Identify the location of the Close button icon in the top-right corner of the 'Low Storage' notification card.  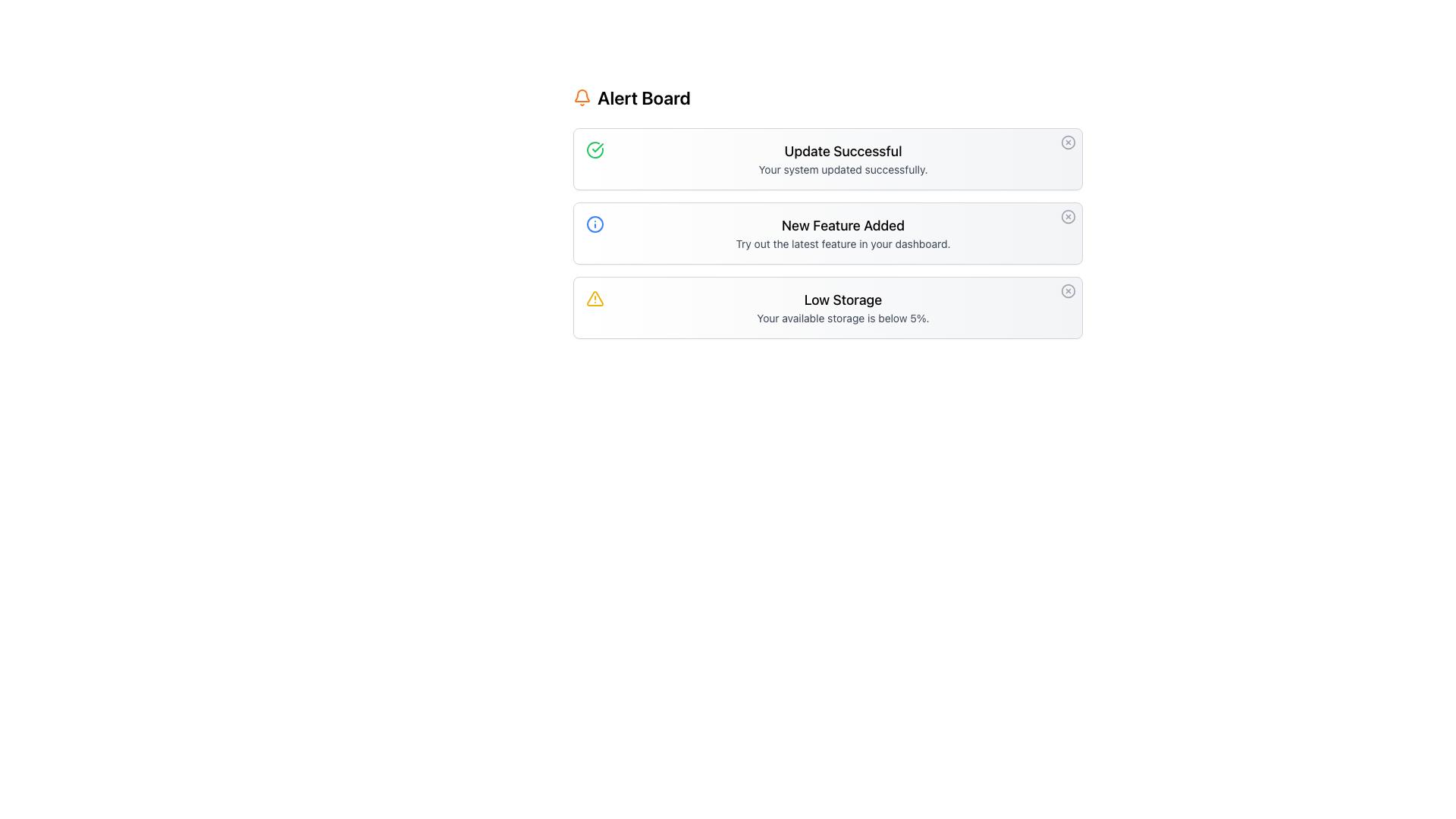
(1068, 291).